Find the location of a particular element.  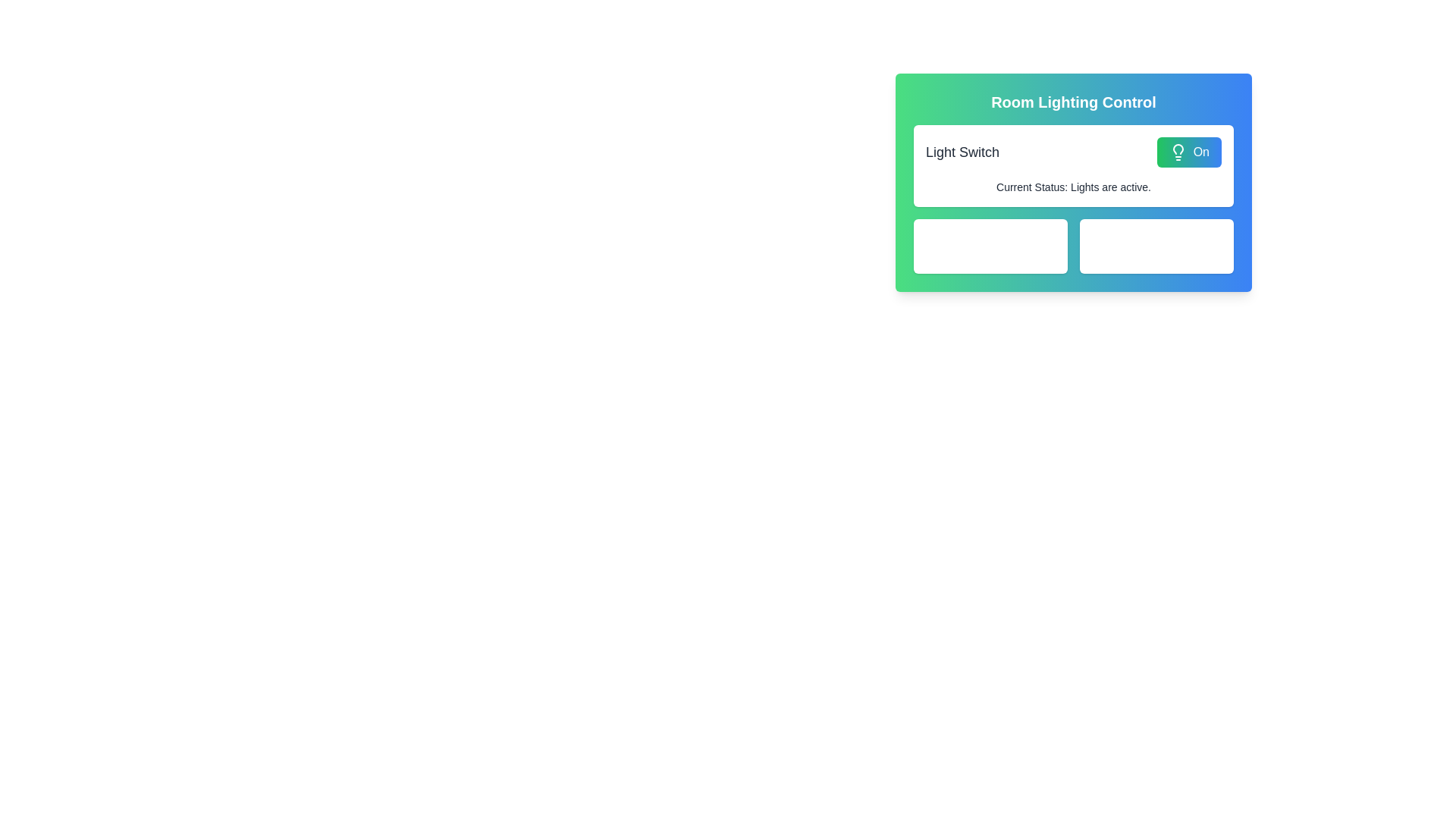

the text element displaying 'On' in white within the green to blue gradient button located in the top-right section of the 'Room Lighting Control' panel is located at coordinates (1200, 152).